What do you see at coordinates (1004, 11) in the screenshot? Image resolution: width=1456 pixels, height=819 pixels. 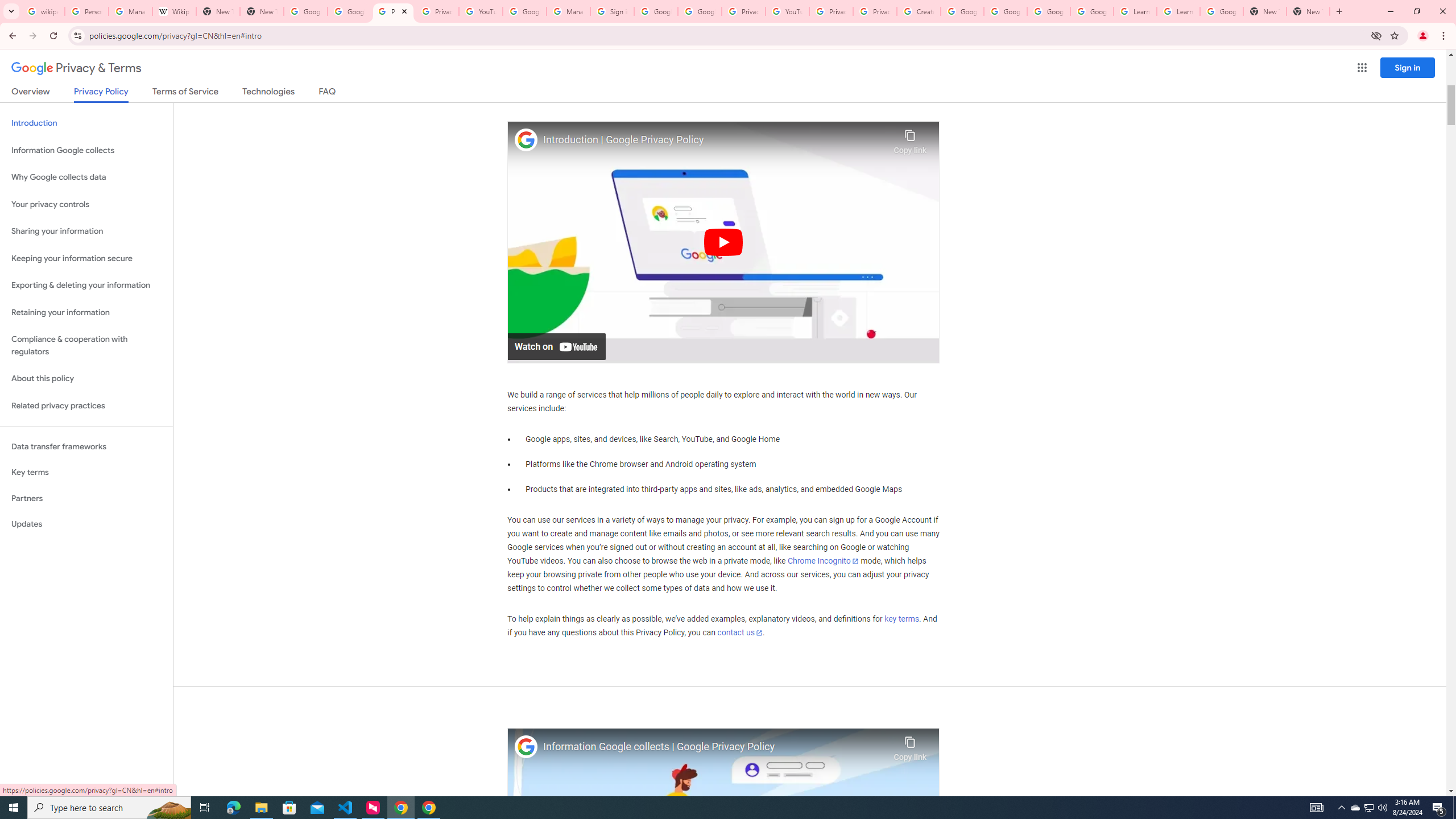 I see `'Google Account Help'` at bounding box center [1004, 11].